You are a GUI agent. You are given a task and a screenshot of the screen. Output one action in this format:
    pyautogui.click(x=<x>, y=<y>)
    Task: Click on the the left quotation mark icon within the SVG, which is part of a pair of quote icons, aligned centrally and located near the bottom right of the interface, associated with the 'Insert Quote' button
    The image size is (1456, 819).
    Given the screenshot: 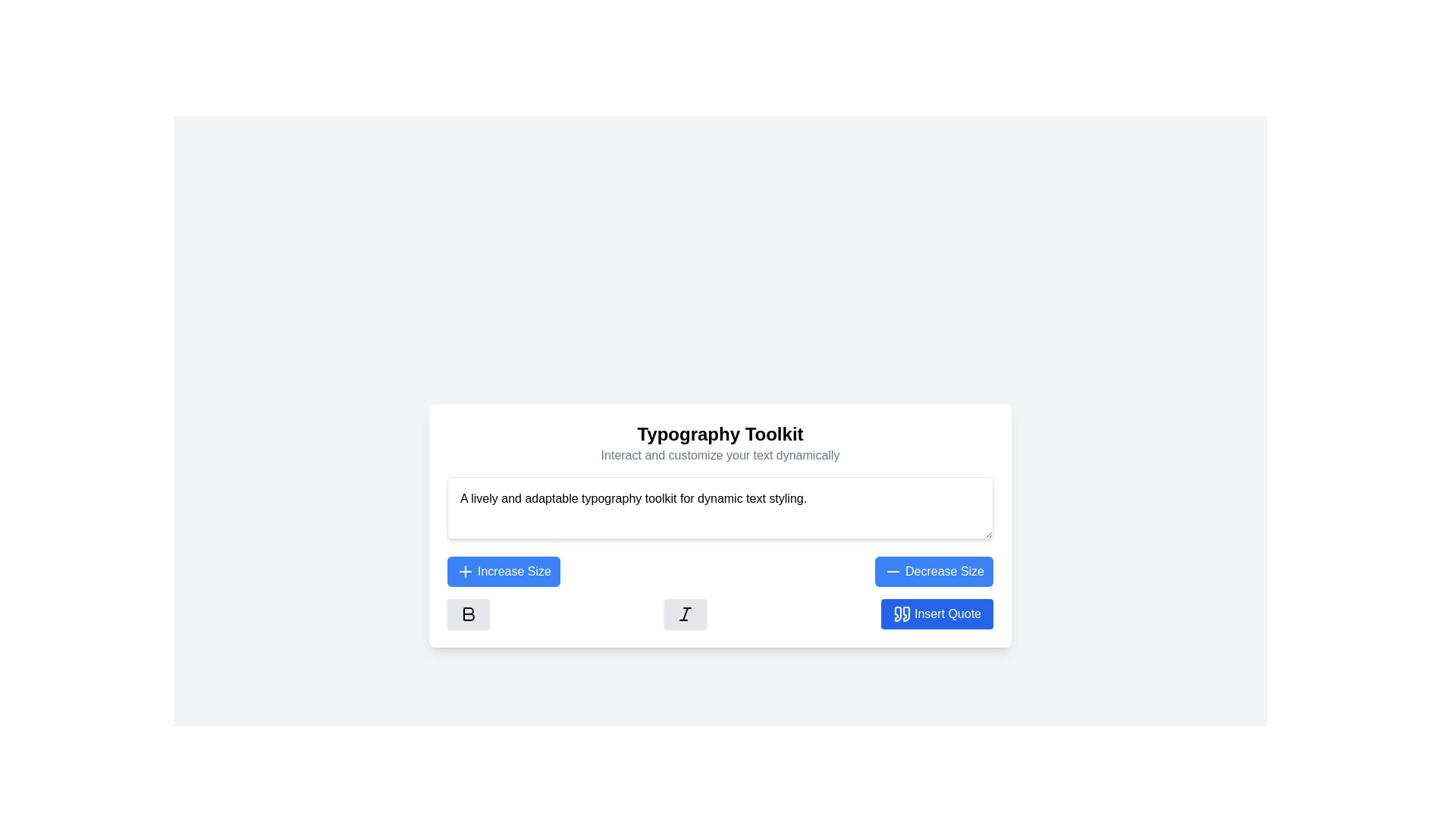 What is the action you would take?
    pyautogui.click(x=898, y=613)
    